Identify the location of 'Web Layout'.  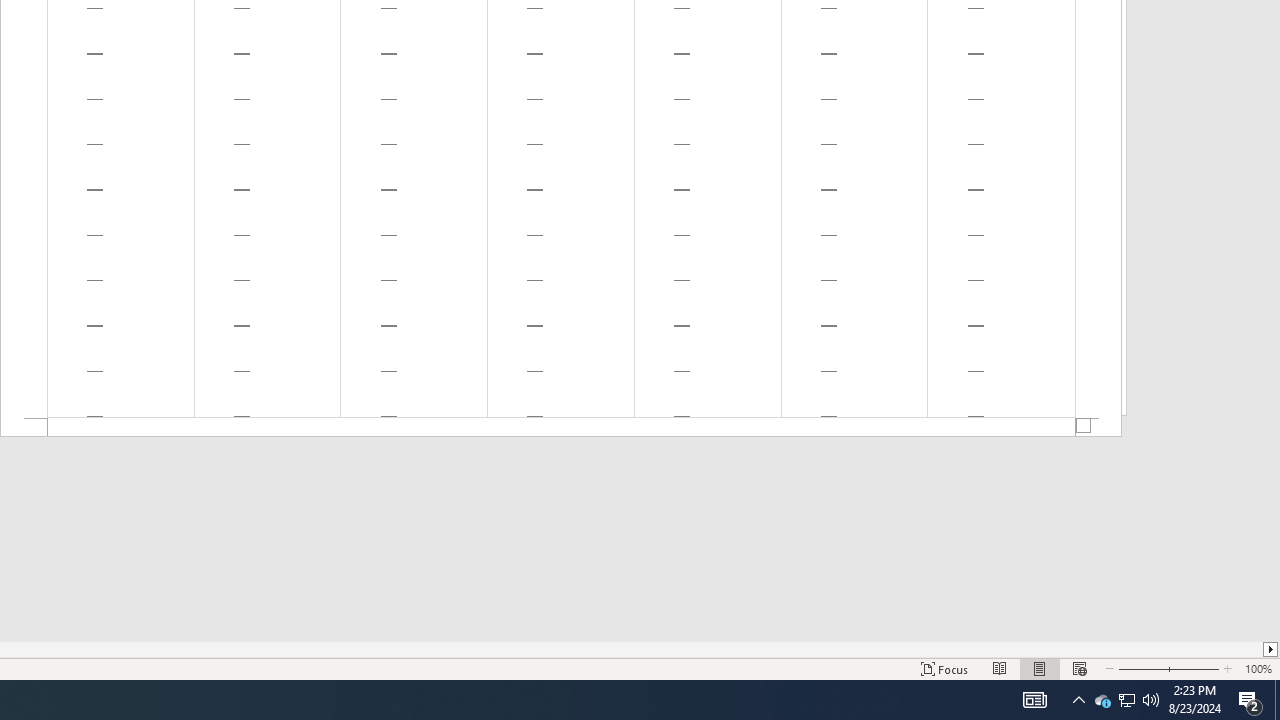
(1078, 669).